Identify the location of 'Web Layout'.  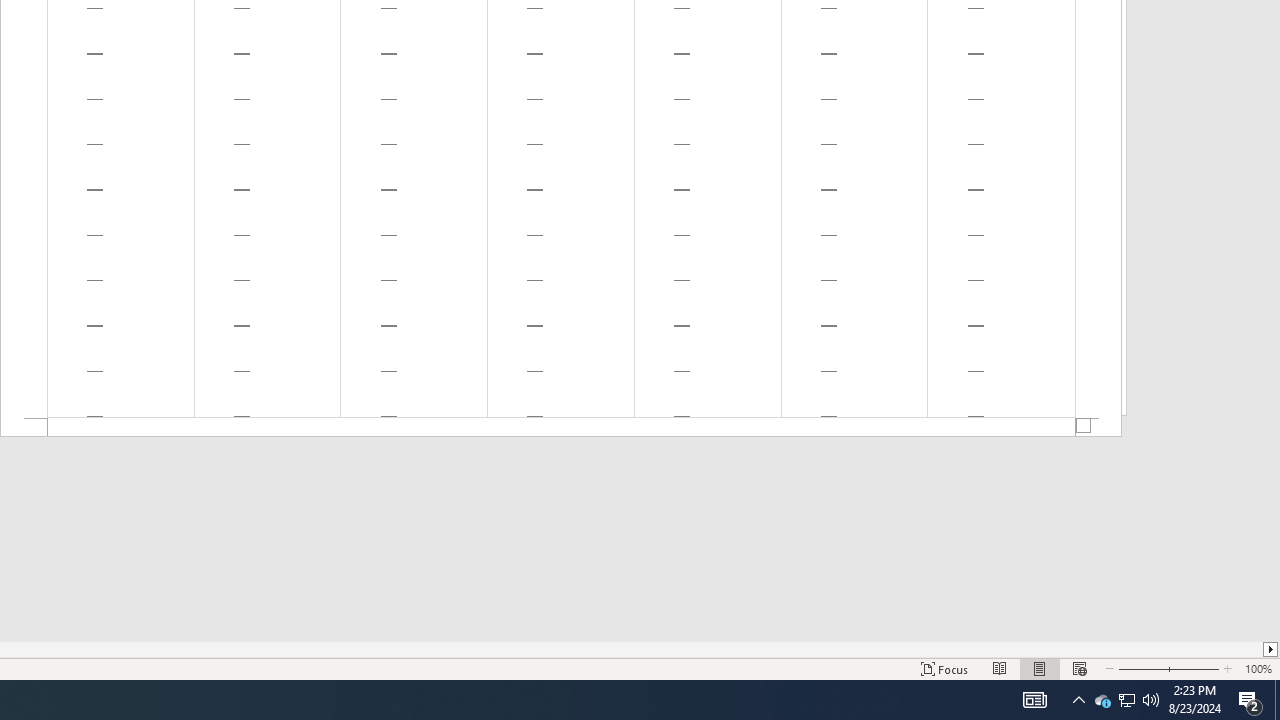
(1078, 669).